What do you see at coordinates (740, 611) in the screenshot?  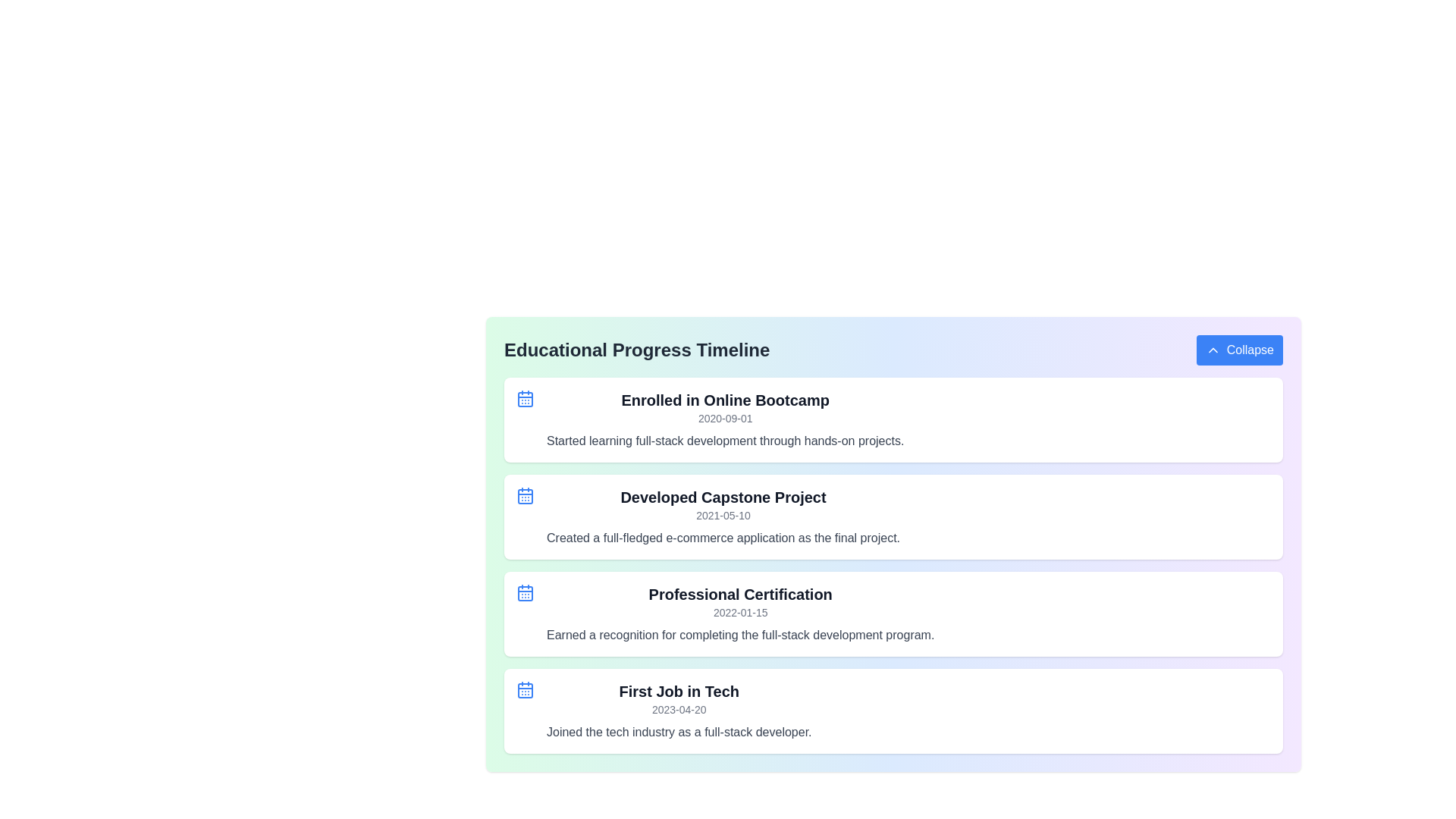 I see `the text displaying the date '2022-01-15', which is located below the heading 'Professional Certification' and above the description text in the third card of the timeline items` at bounding box center [740, 611].